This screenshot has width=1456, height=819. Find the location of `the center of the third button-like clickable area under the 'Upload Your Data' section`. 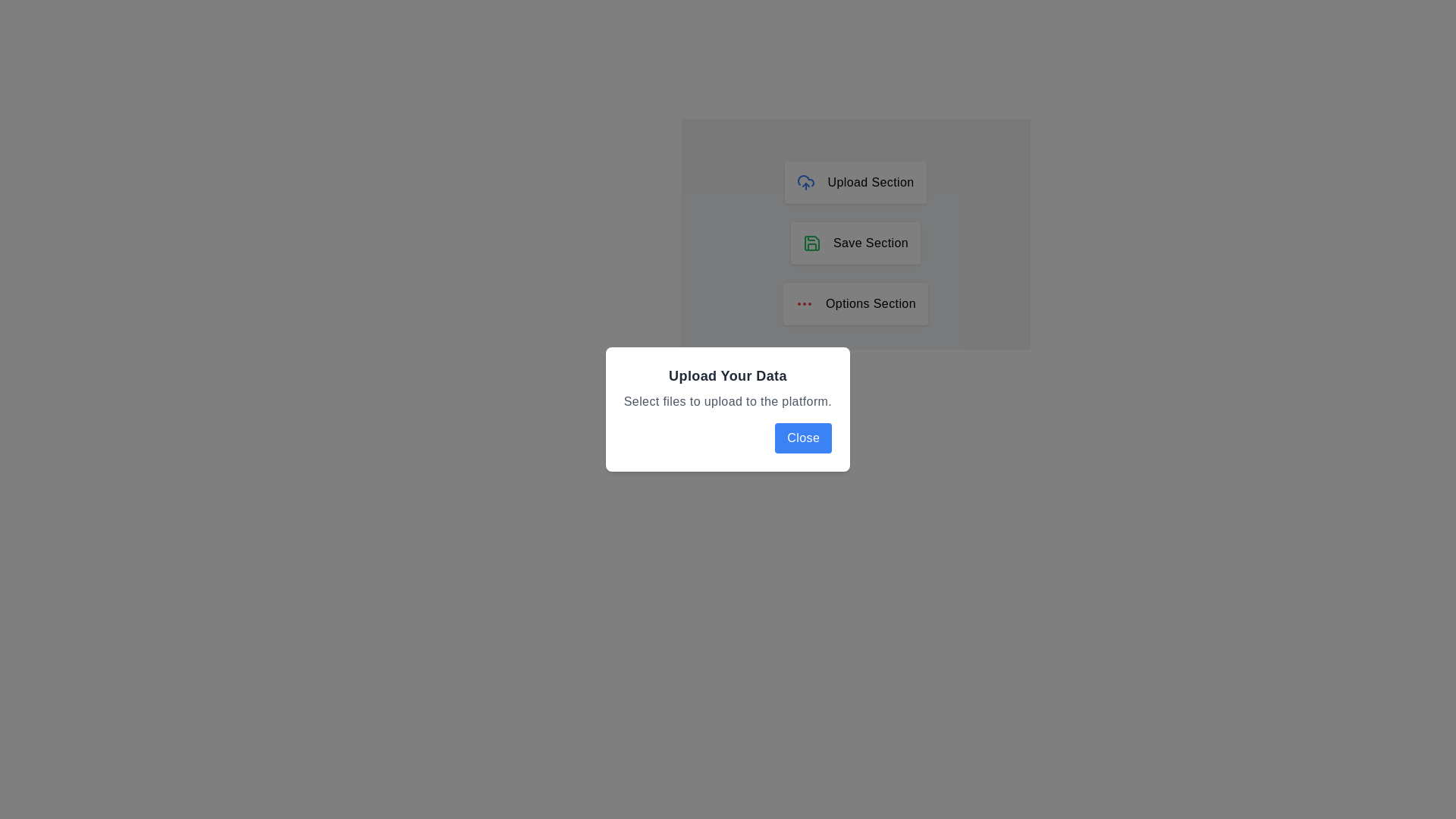

the center of the third button-like clickable area under the 'Upload Your Data' section is located at coordinates (855, 304).